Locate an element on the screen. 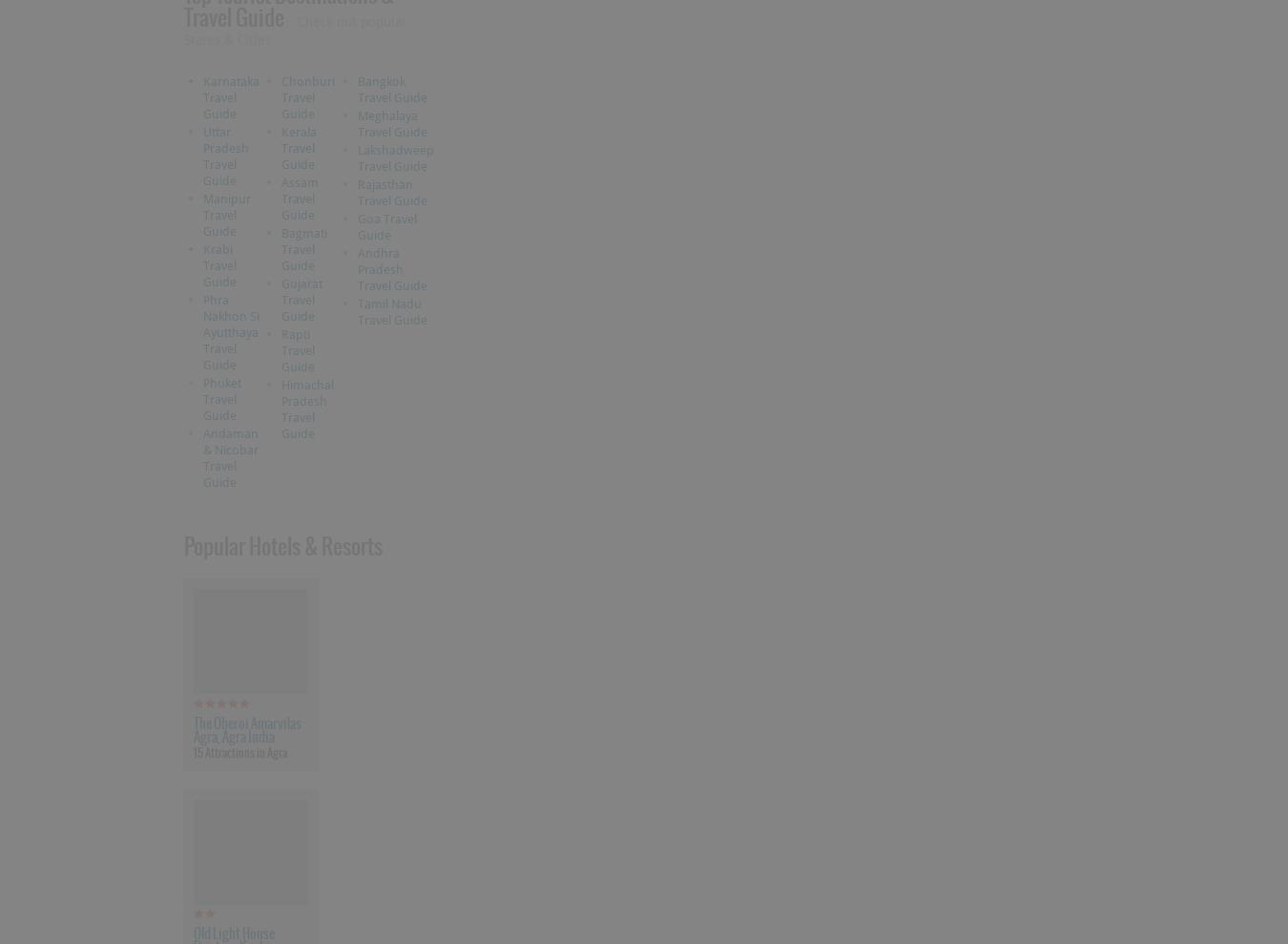 The height and width of the screenshot is (944, 1288). 'Phra Nakhon Si Ayutthaya Travel Guide' is located at coordinates (229, 330).